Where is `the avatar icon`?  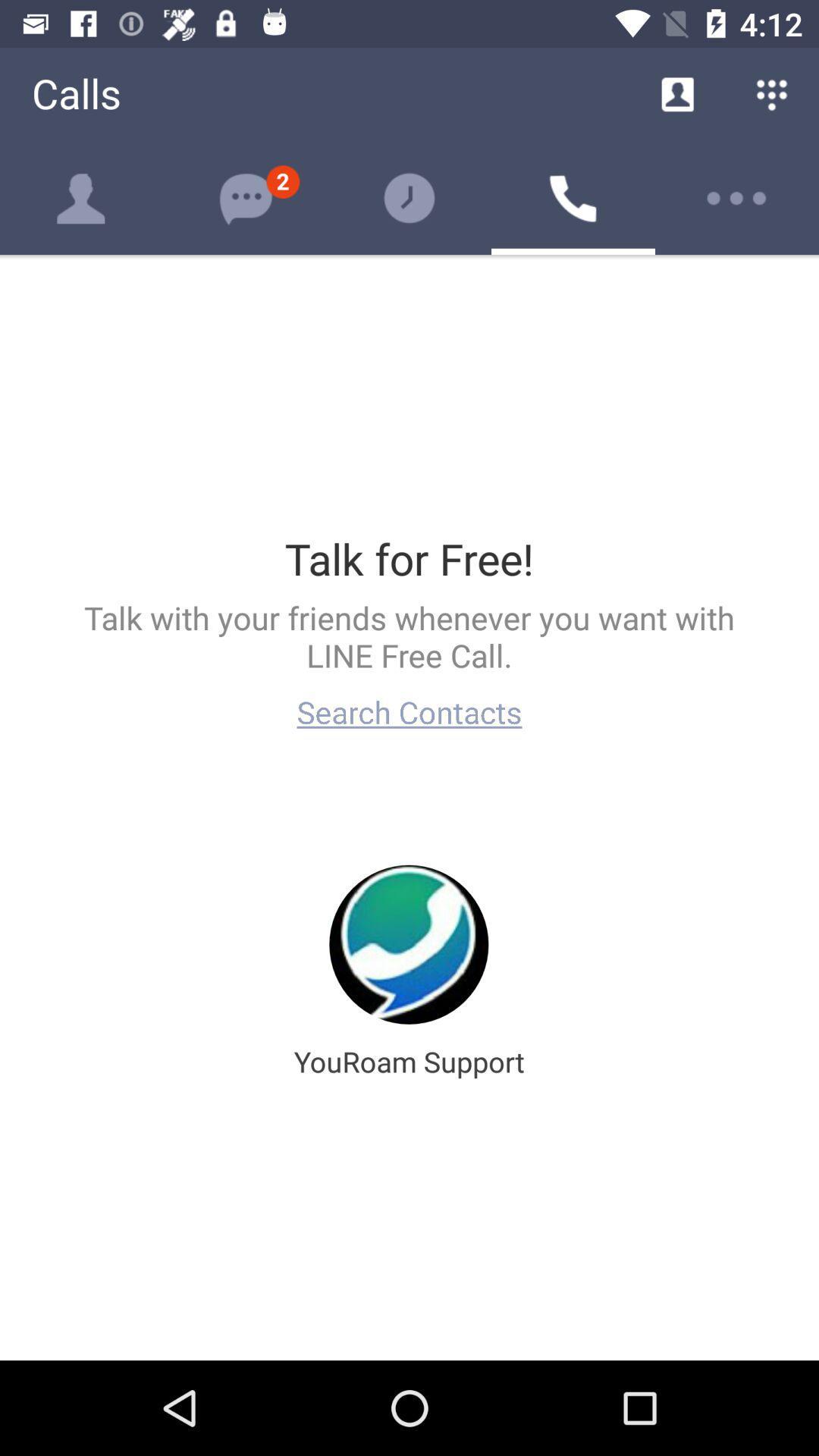 the avatar icon is located at coordinates (82, 198).